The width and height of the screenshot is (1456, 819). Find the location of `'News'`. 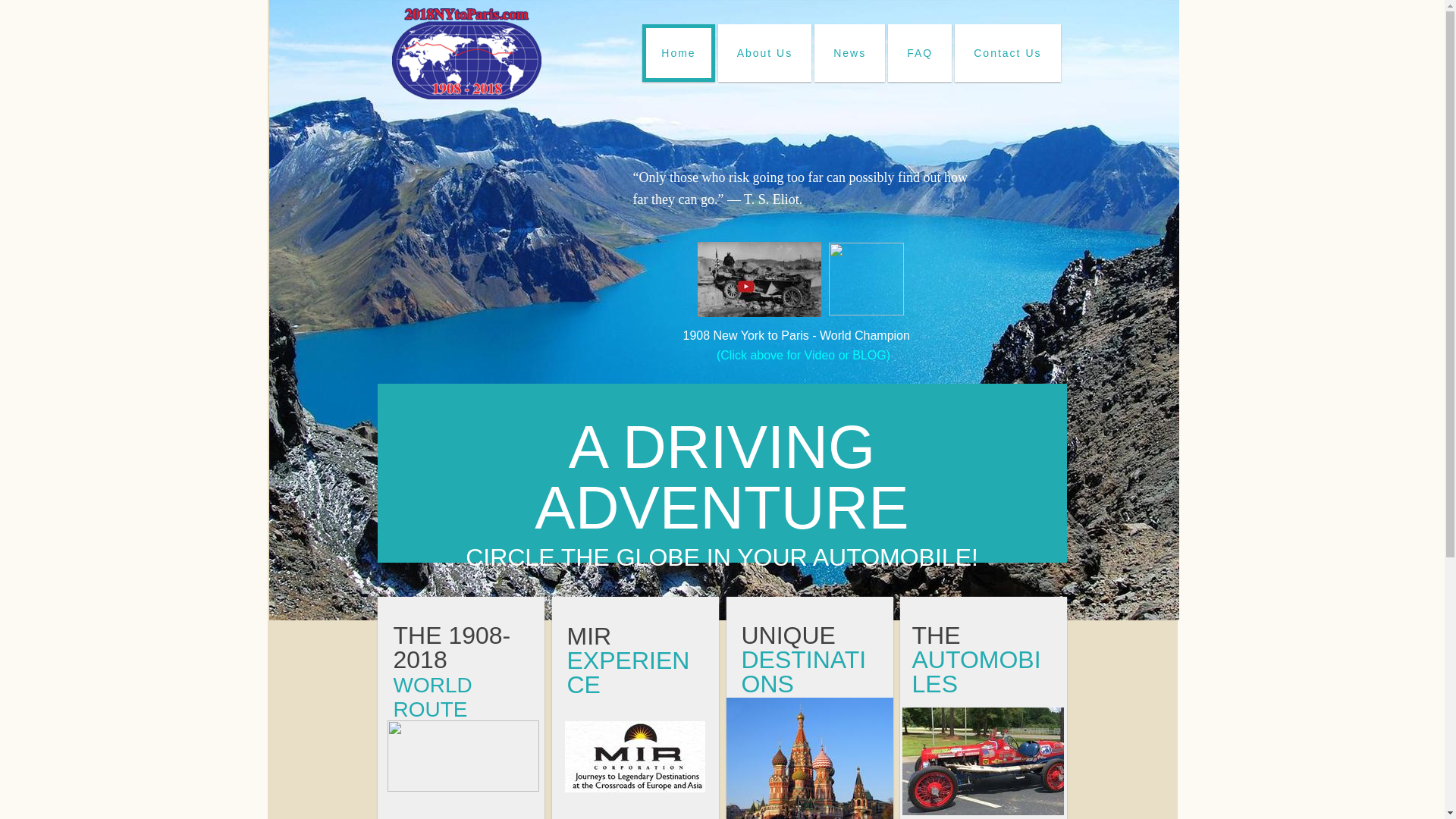

'News' is located at coordinates (849, 52).